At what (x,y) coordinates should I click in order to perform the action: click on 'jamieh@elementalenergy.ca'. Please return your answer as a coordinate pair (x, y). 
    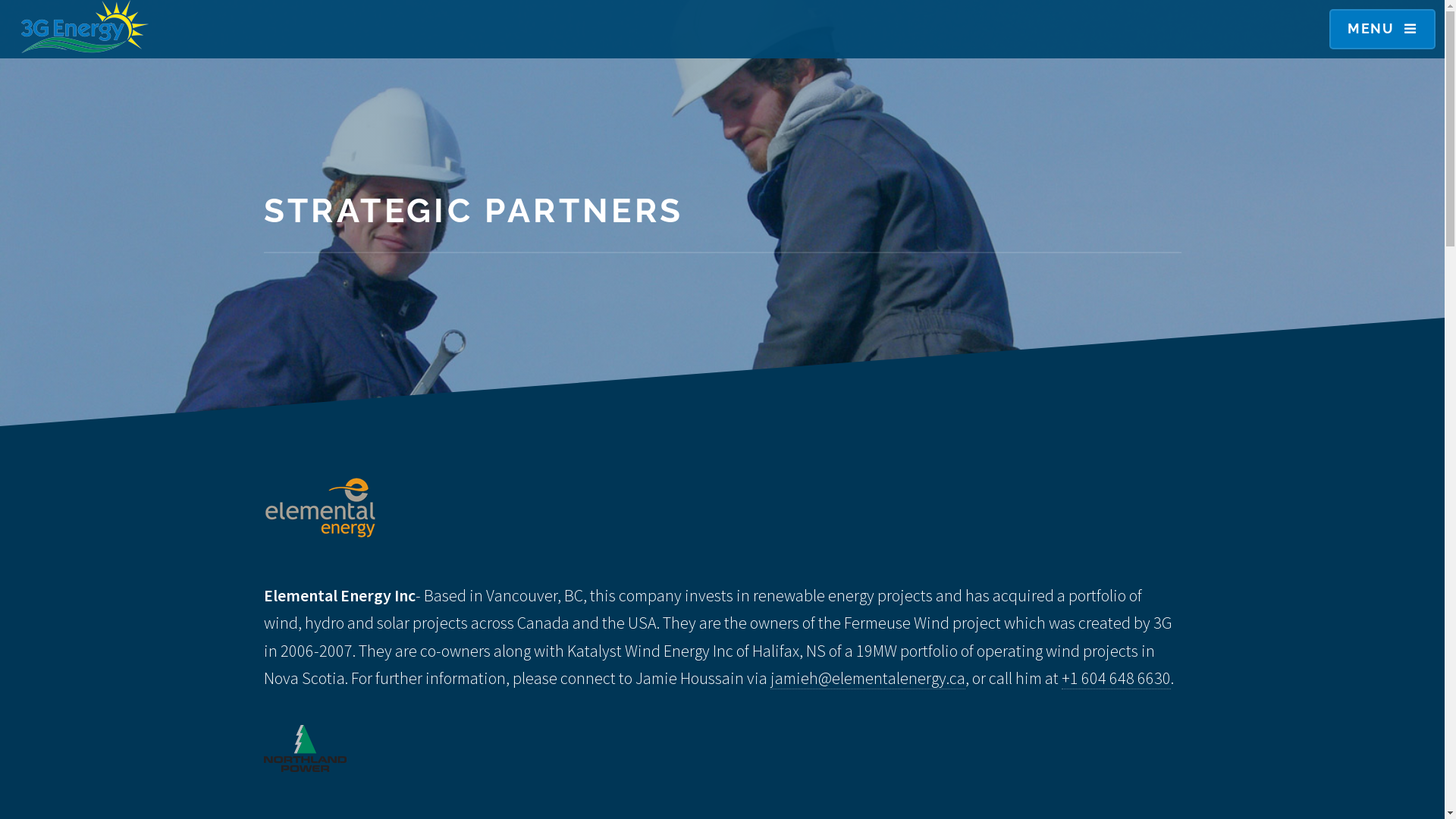
    Looking at the image, I should click on (868, 677).